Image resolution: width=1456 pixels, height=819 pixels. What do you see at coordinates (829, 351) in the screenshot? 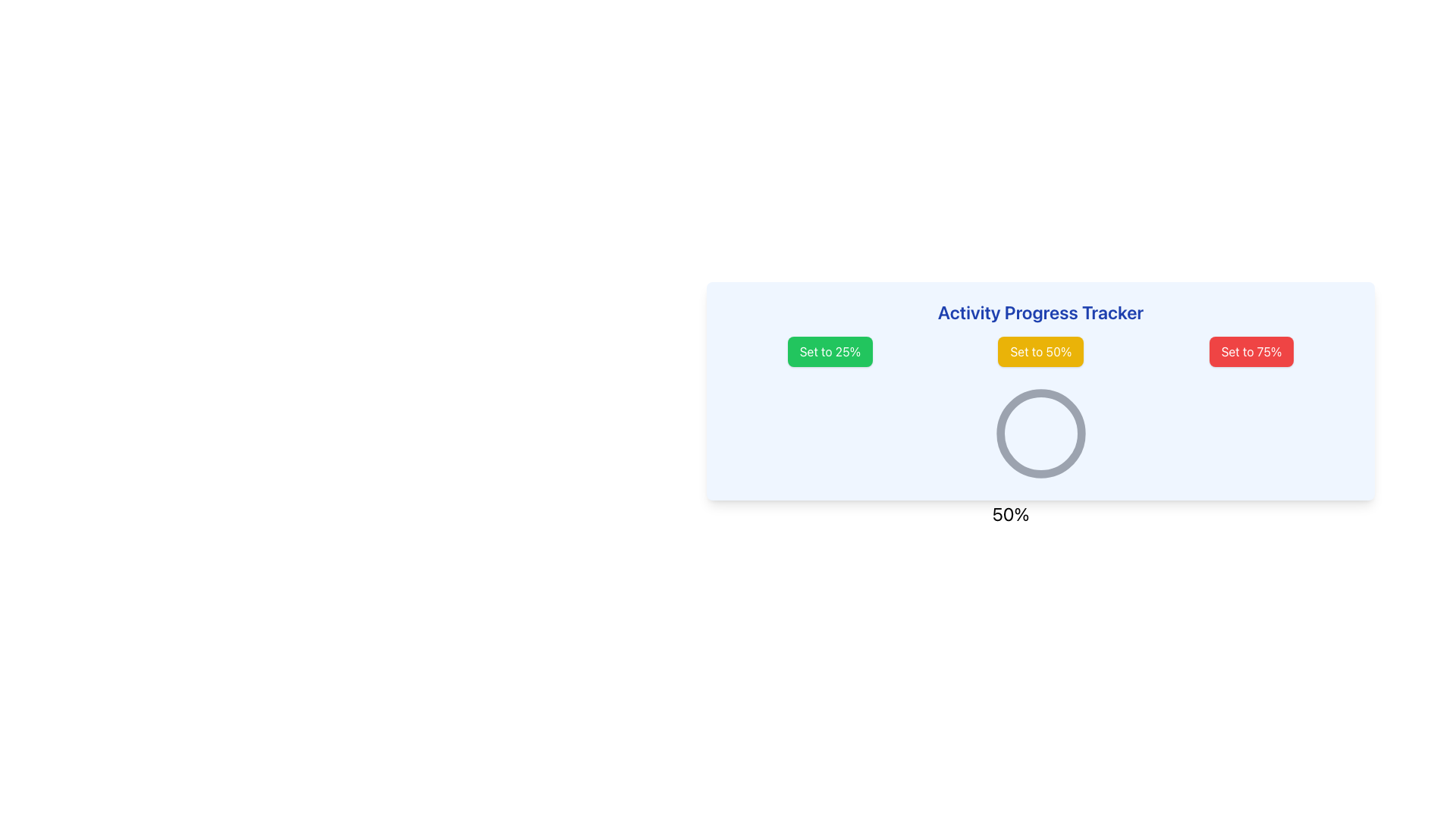
I see `the leftmost button labeled 'Set to 25%' to set a parameter value to 25%` at bounding box center [829, 351].